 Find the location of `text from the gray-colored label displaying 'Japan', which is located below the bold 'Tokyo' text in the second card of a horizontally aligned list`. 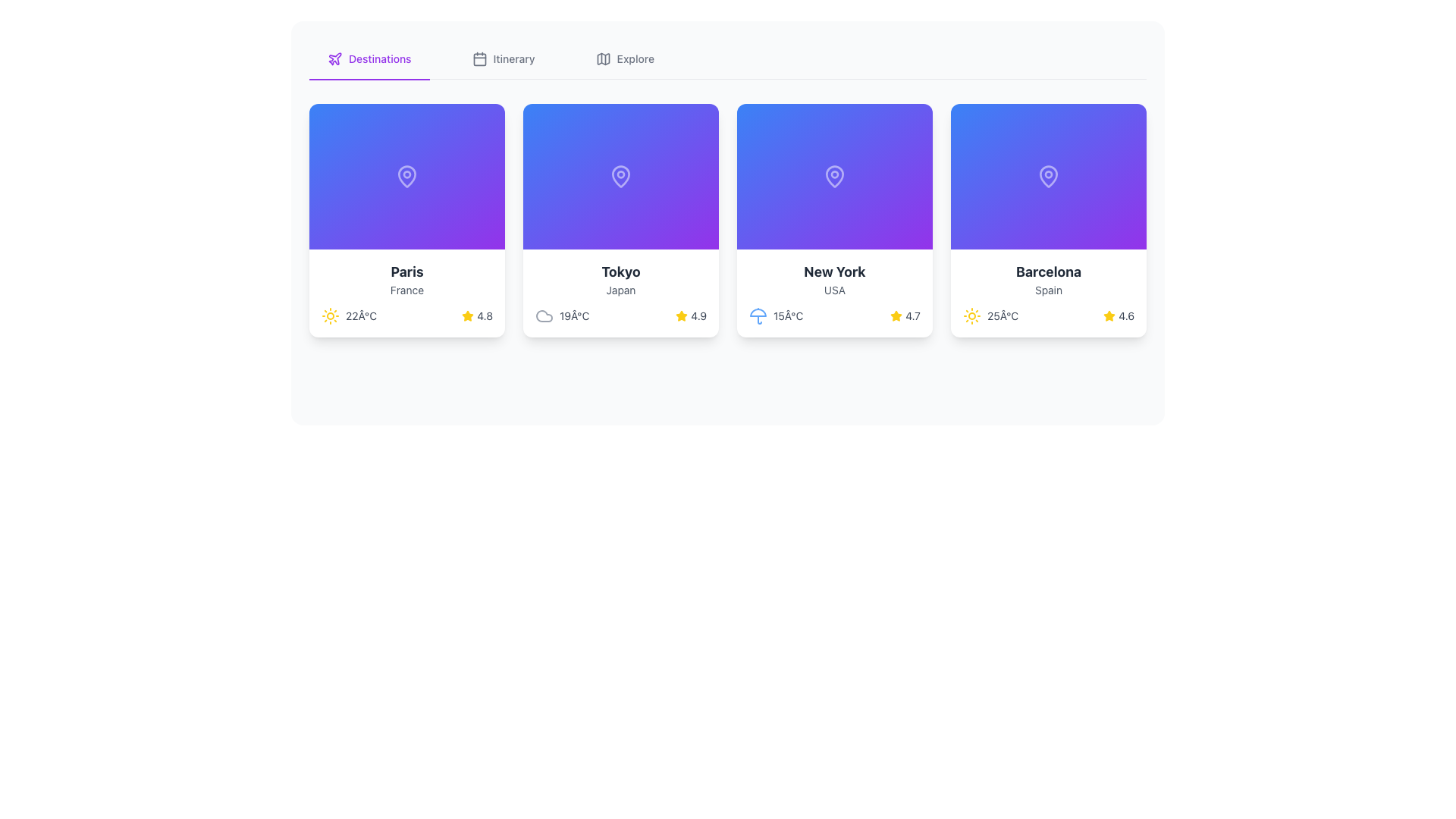

text from the gray-colored label displaying 'Japan', which is located below the bold 'Tokyo' text in the second card of a horizontally aligned list is located at coordinates (621, 290).